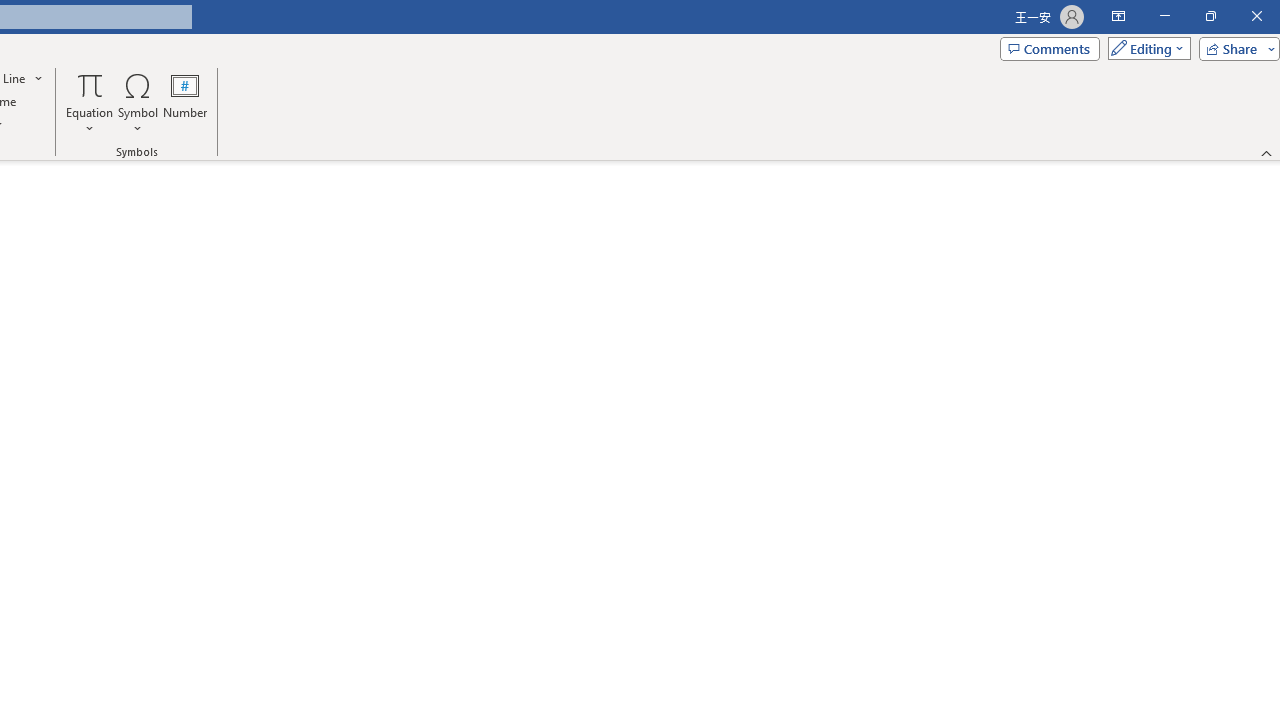 The width and height of the screenshot is (1280, 720). Describe the element at coordinates (1266, 152) in the screenshot. I see `'Collapse the Ribbon'` at that location.